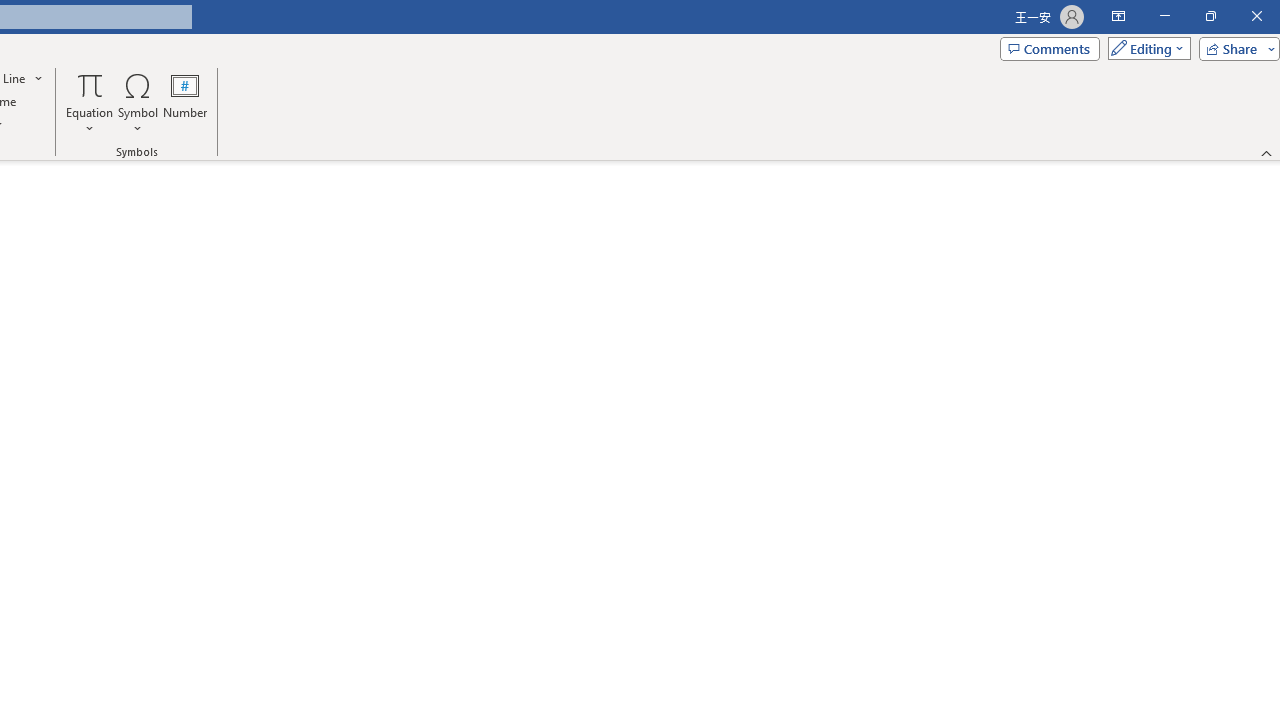 The width and height of the screenshot is (1280, 720). Describe the element at coordinates (1266, 152) in the screenshot. I see `'Collapse the Ribbon'` at that location.